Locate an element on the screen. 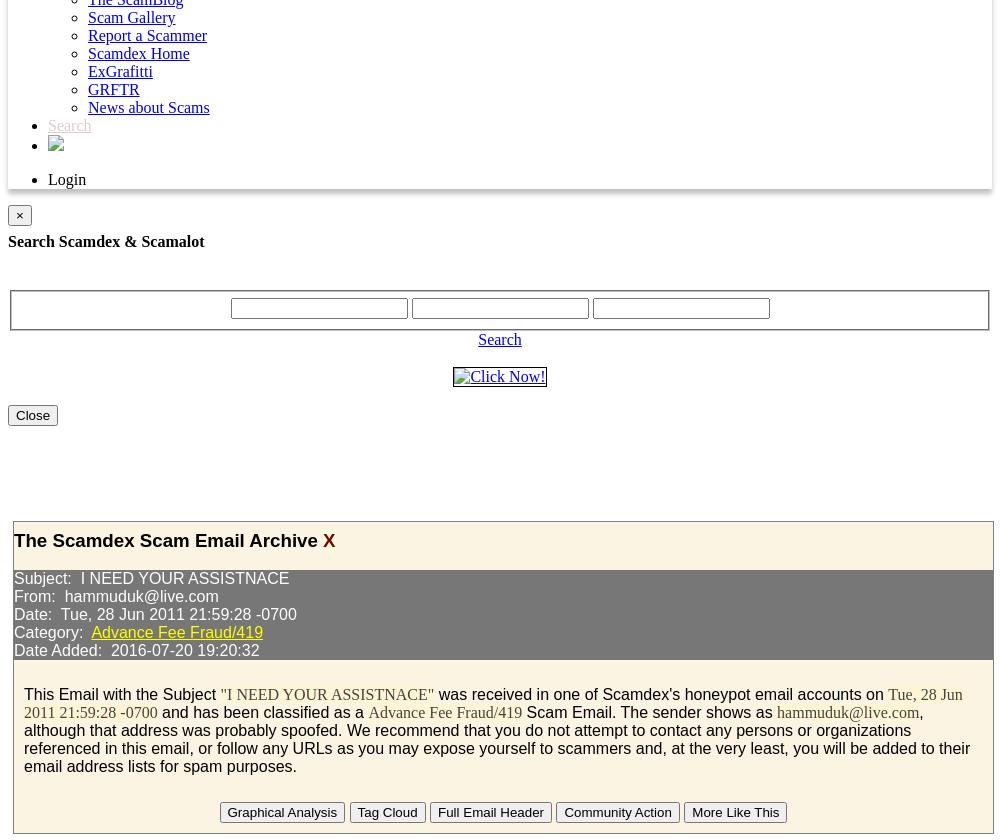  'Date:  Tue, 28 Jun 2011 21:59:28 -0700' is located at coordinates (155, 614).